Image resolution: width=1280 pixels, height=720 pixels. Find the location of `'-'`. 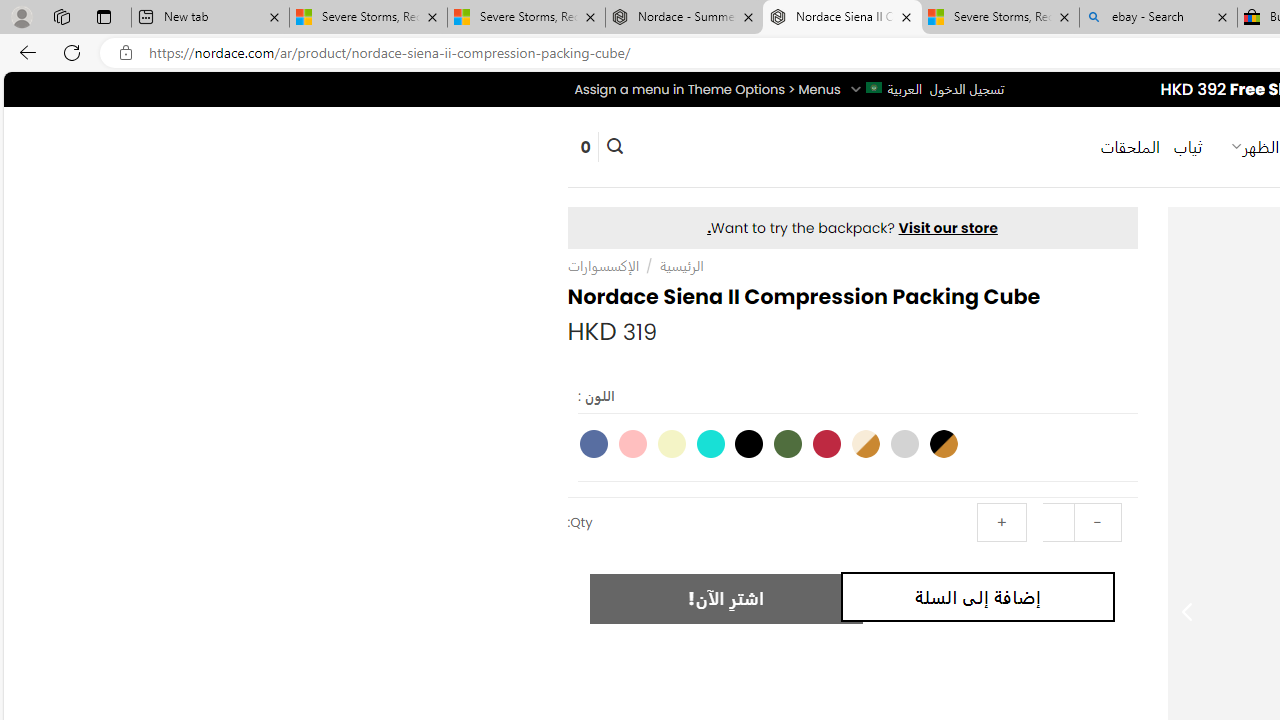

'-' is located at coordinates (1096, 521).